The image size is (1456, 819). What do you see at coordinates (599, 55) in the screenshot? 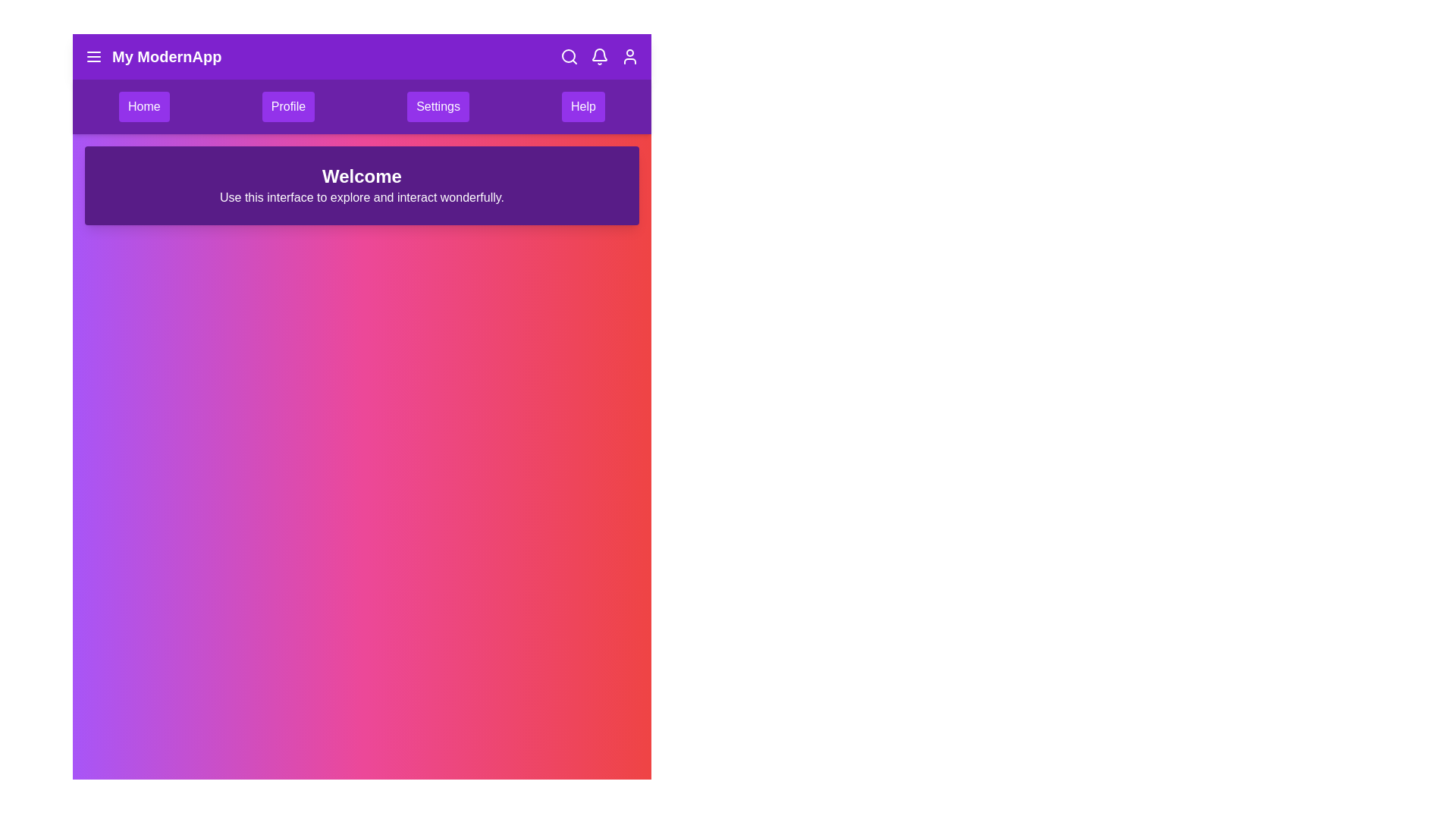
I see `the notification icon in the app bar` at bounding box center [599, 55].